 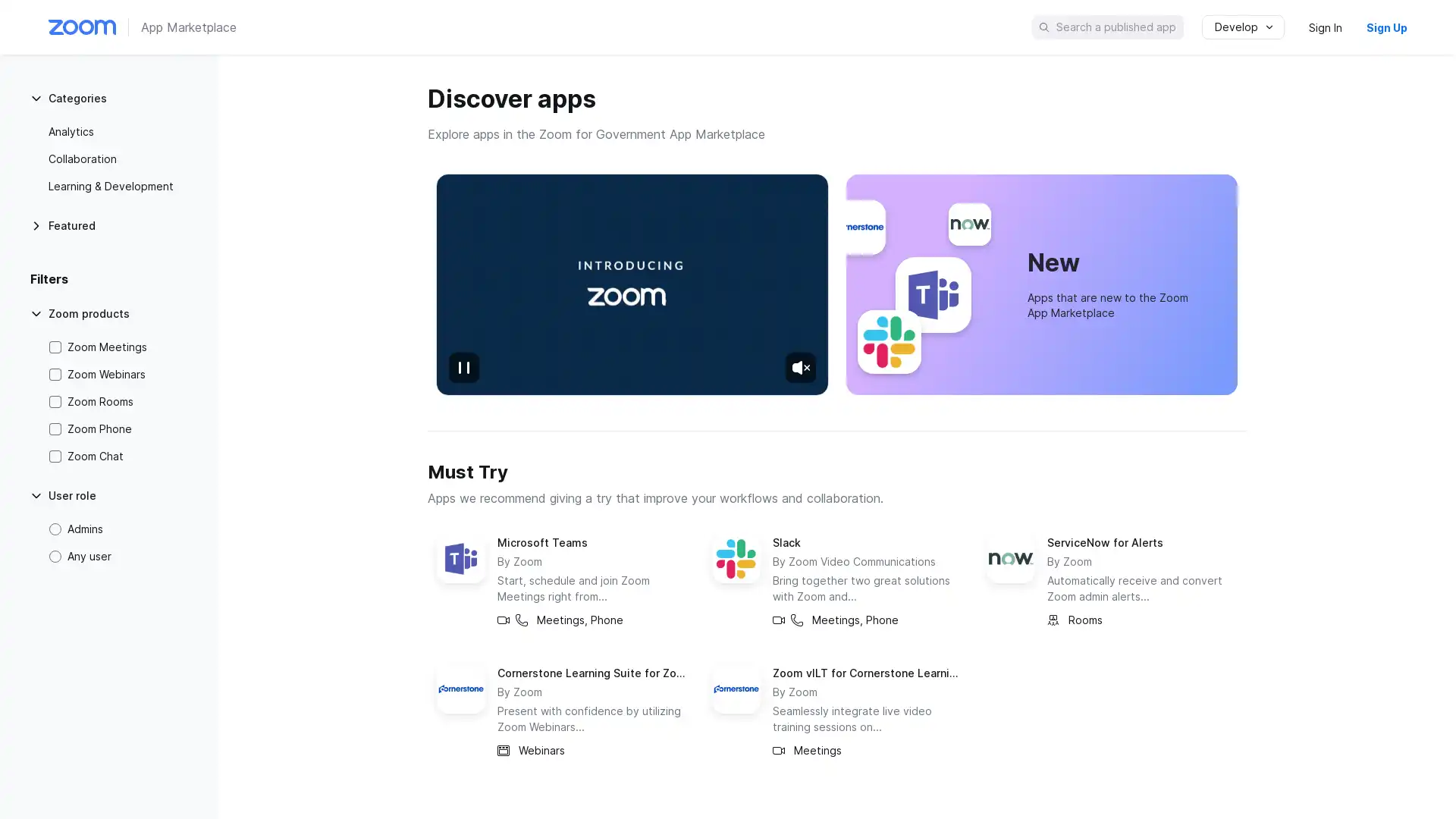 I want to click on Zoom products, so click(x=108, y=312).